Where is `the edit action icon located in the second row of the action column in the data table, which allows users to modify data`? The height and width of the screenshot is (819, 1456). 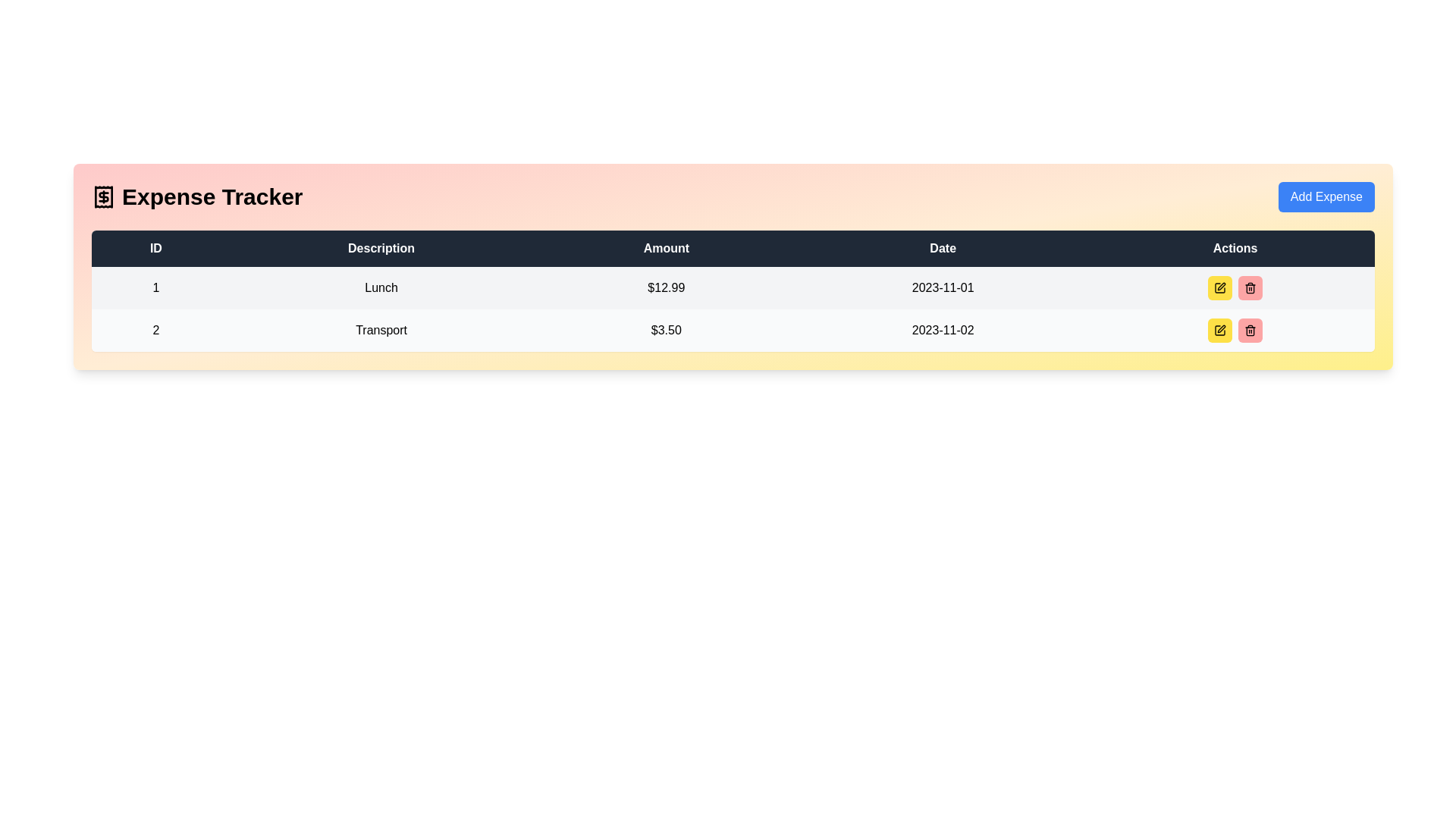 the edit action icon located in the second row of the action column in the data table, which allows users to modify data is located at coordinates (1219, 288).